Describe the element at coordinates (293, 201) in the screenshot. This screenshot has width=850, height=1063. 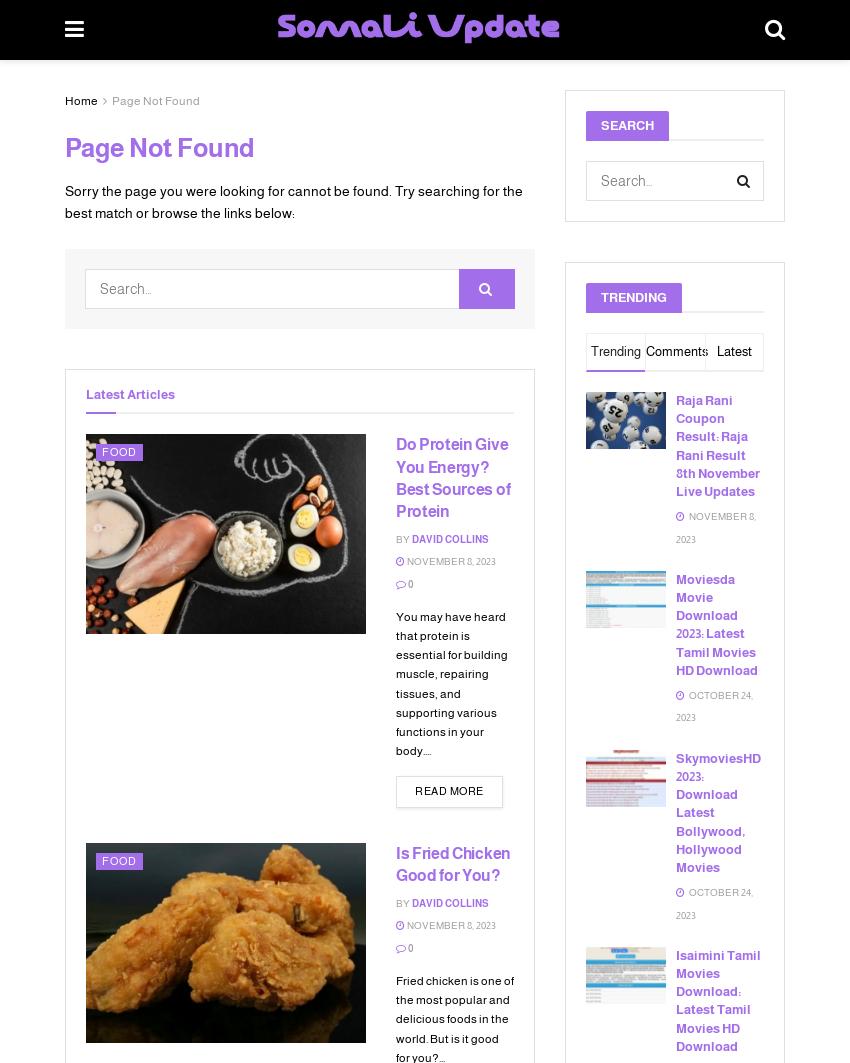
I see `'Sorry the page you were looking for cannot be found. Try searching for the best match or browse the links below:'` at that location.